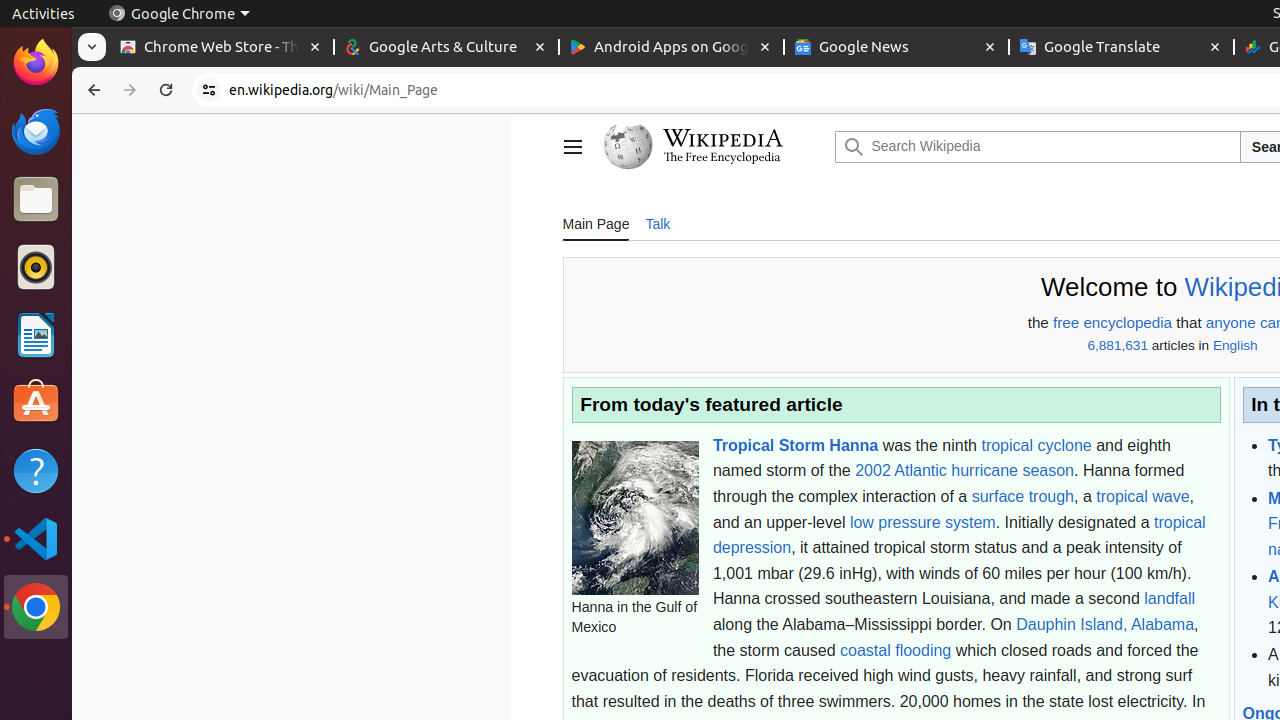  I want to click on 'Google Arts & Culture - Memory usage - 122 MB', so click(445, 46).